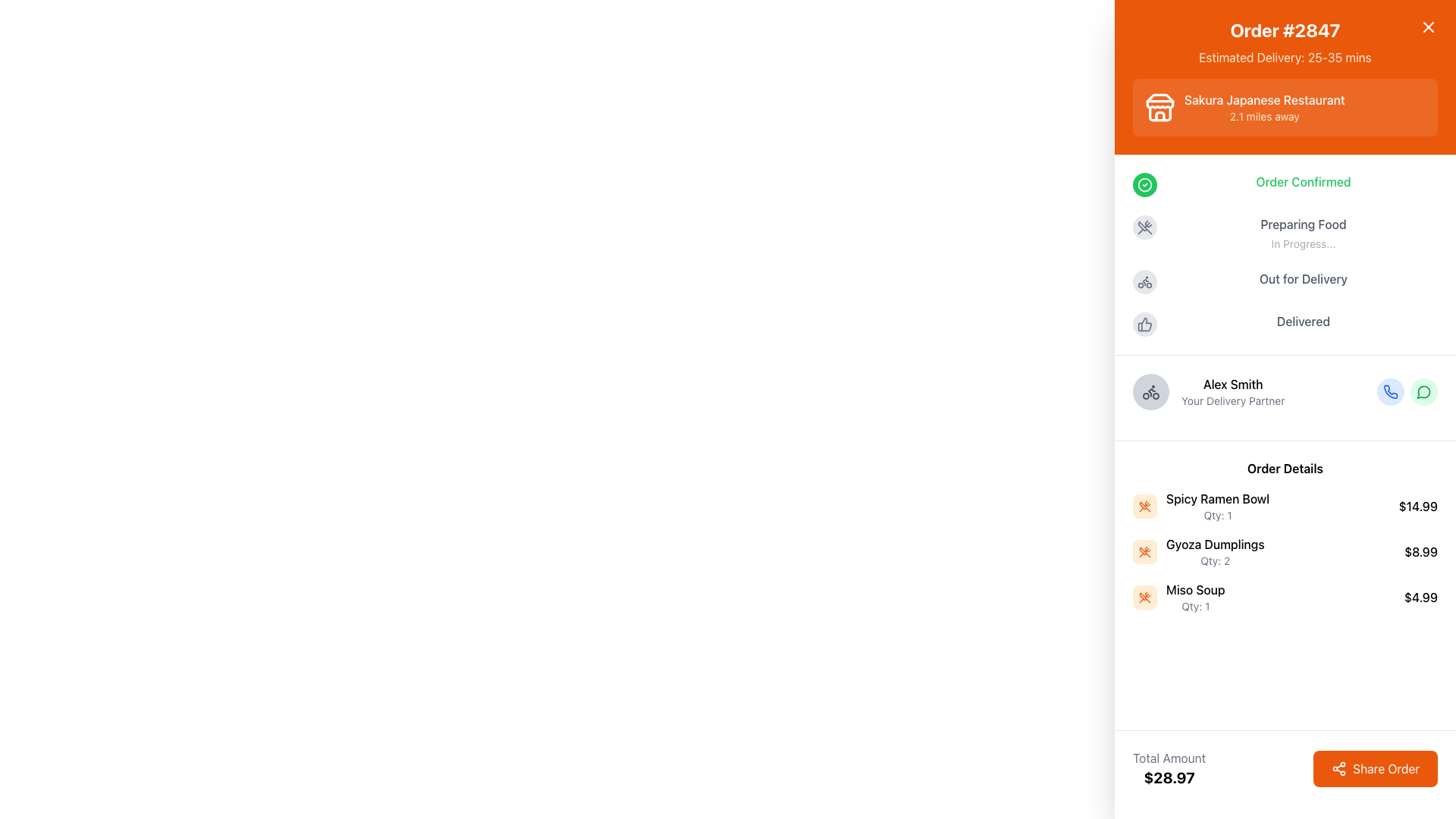 This screenshot has width=1456, height=819. I want to click on the Text label displaying the price '$8.99' in the 'Order Details' section for 'Gyoza Dumplings', so click(1420, 552).